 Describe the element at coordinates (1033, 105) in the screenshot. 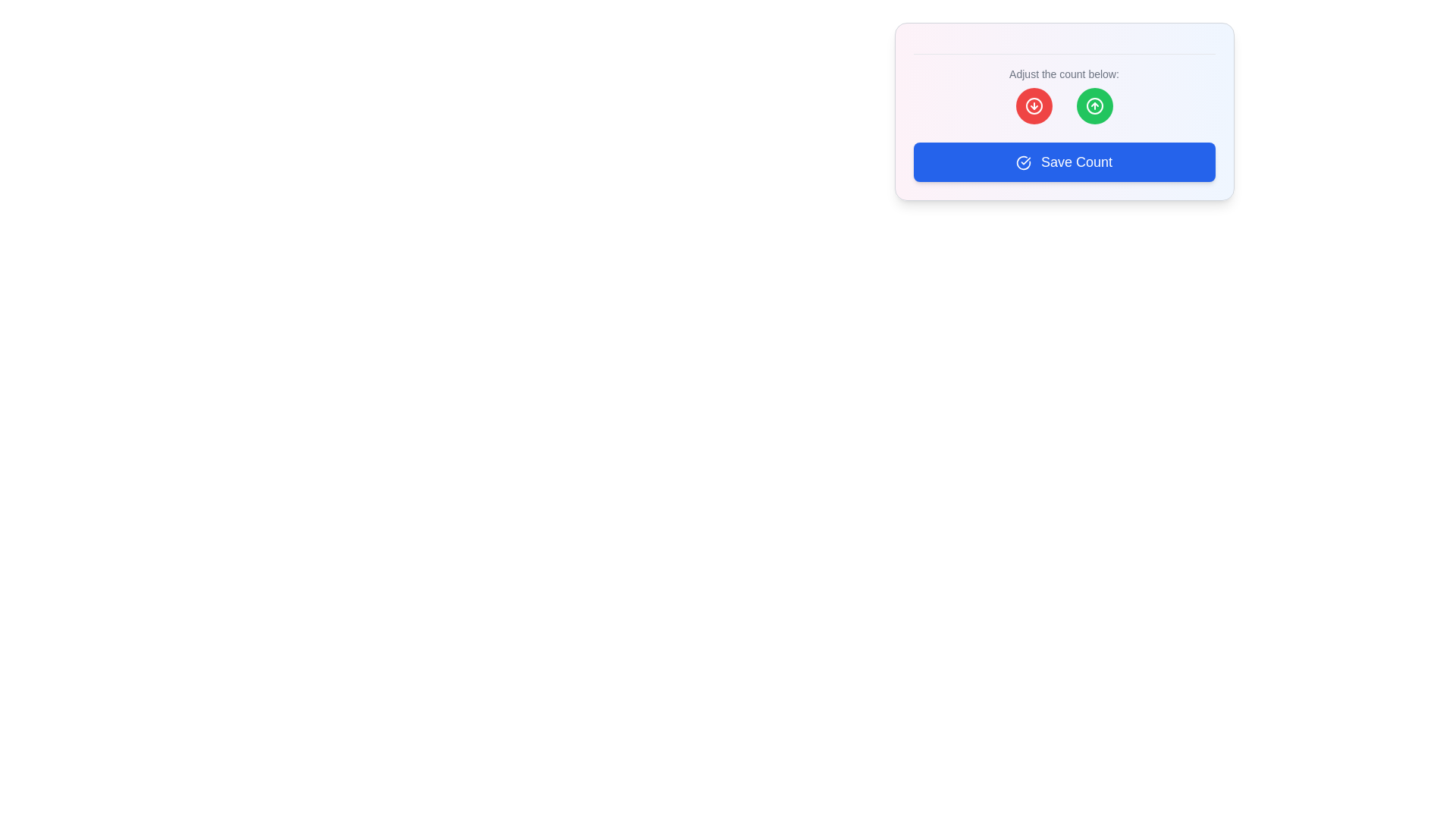

I see `the circular icon with a 10-unit radius that is part of a down-arrow design, located near the top center-left of the interface box` at that location.